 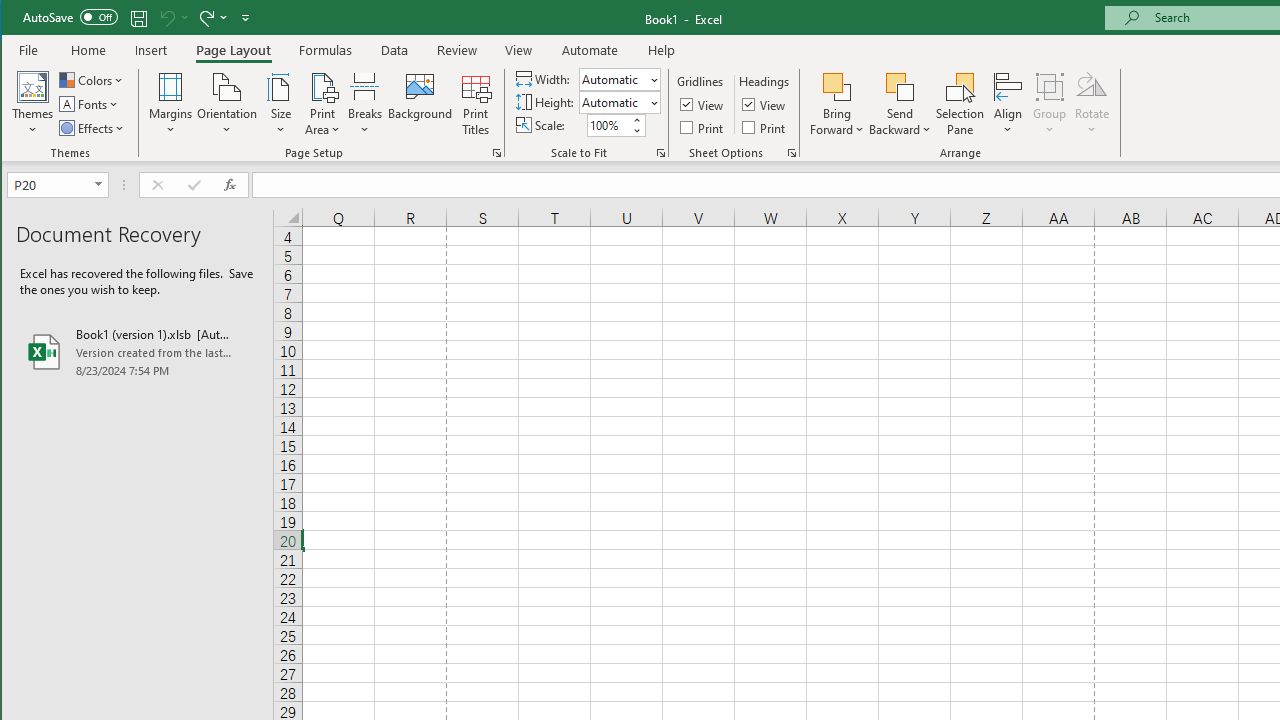 What do you see at coordinates (899, 104) in the screenshot?
I see `'Send Backward'` at bounding box center [899, 104].